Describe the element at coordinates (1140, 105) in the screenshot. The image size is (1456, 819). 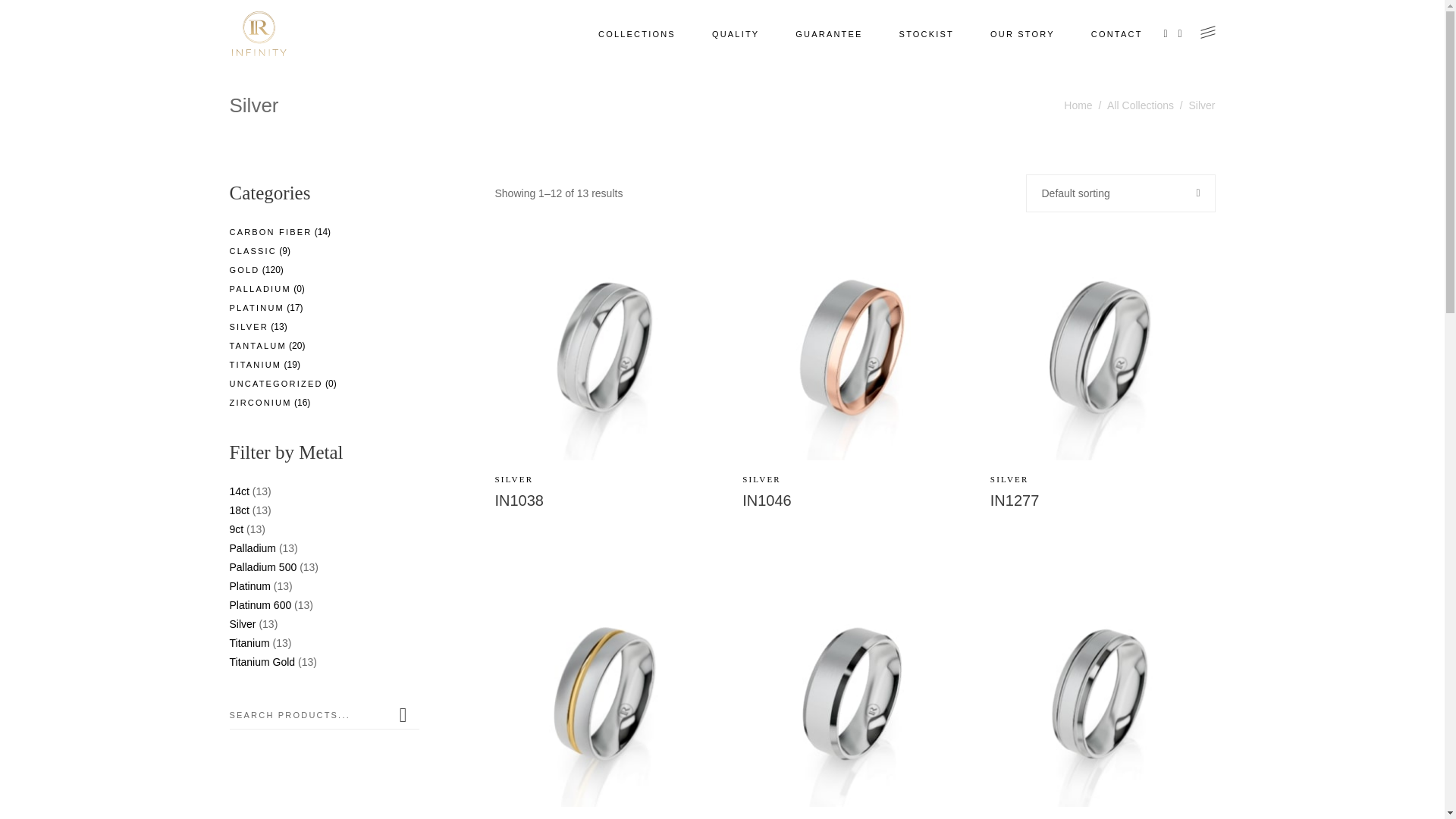
I see `'All Collections'` at that location.